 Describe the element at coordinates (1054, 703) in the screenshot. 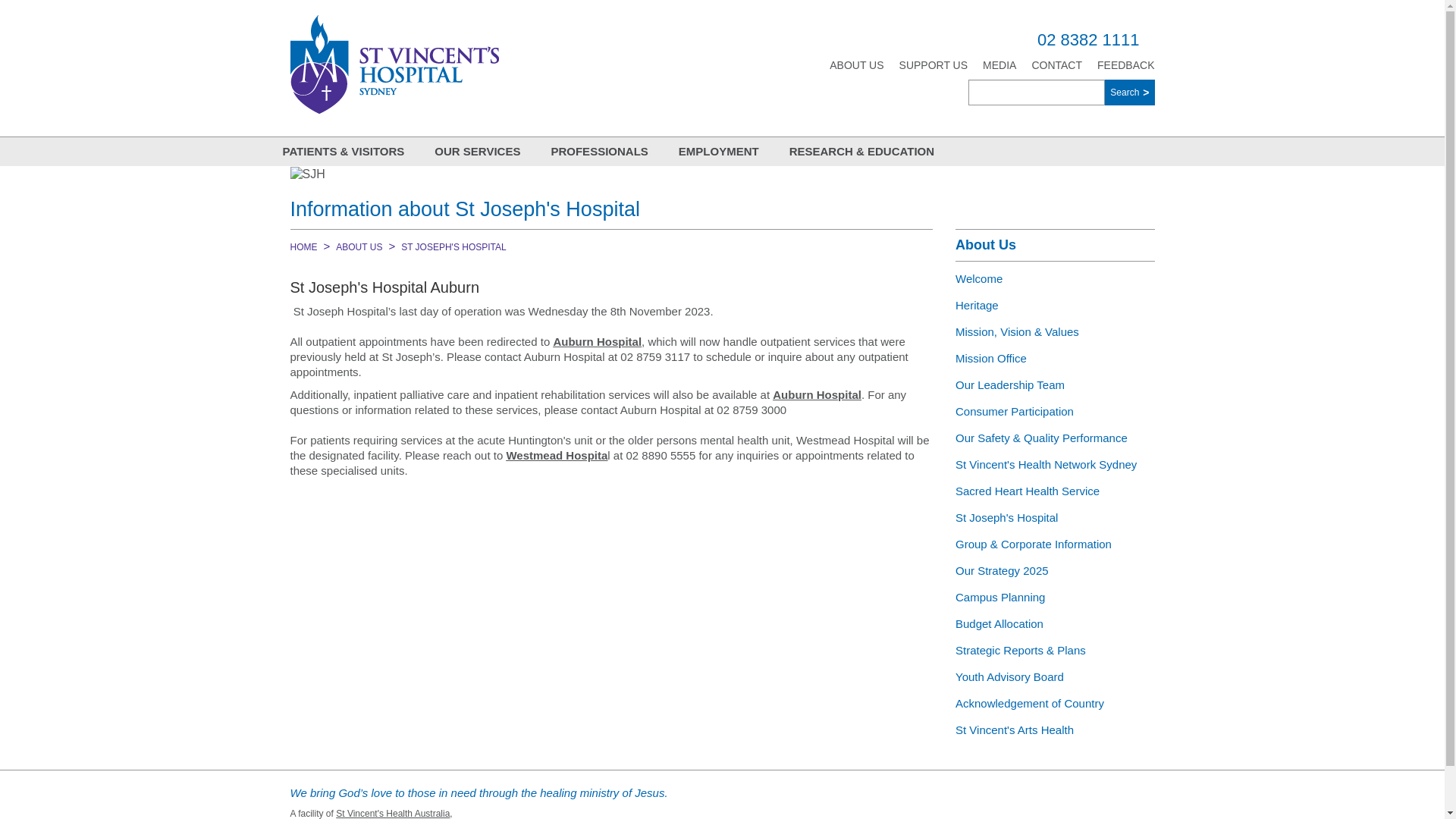

I see `'Acknowledgement of Country'` at that location.